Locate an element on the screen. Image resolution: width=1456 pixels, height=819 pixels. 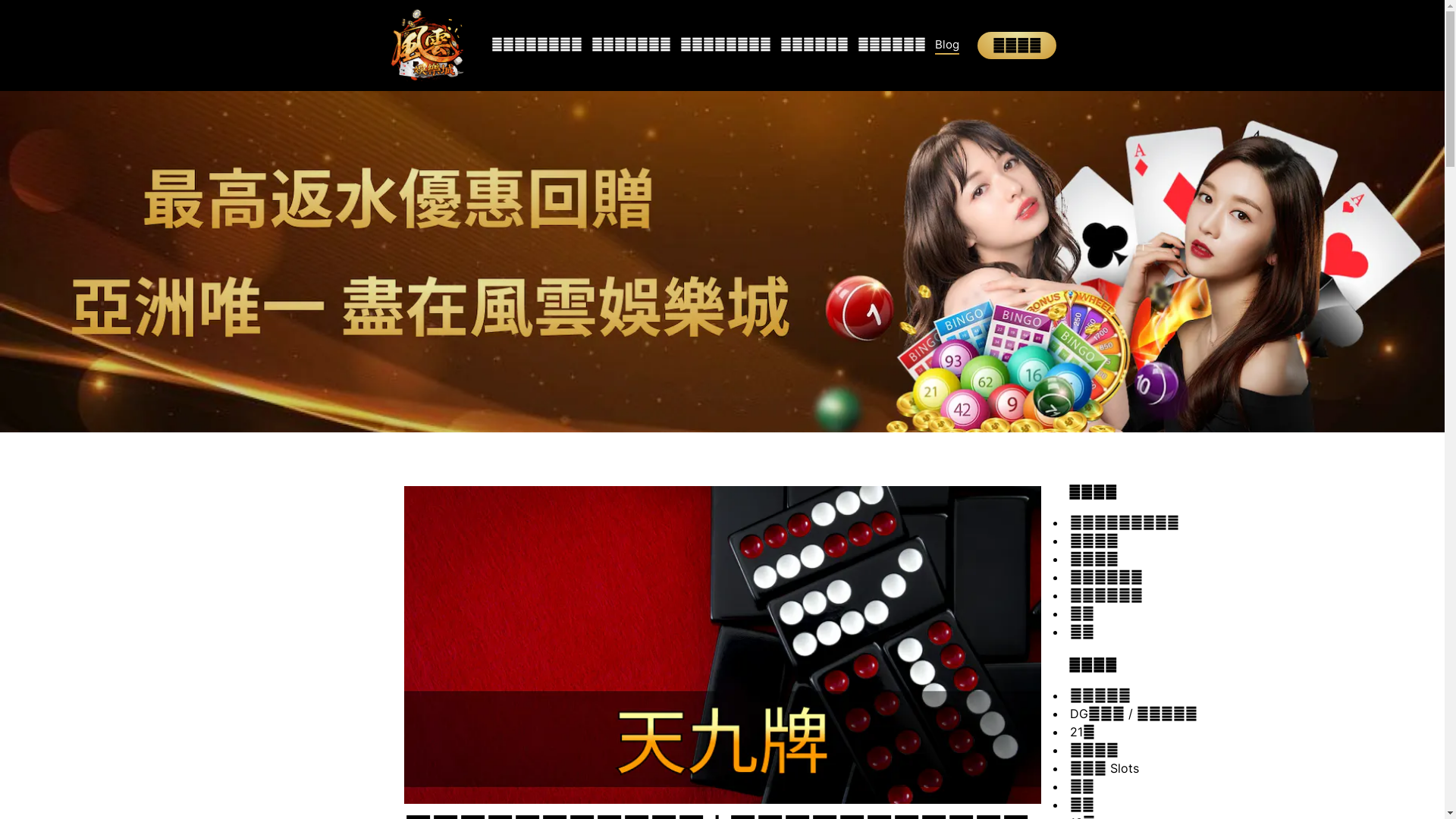
'Blog' is located at coordinates (946, 45).